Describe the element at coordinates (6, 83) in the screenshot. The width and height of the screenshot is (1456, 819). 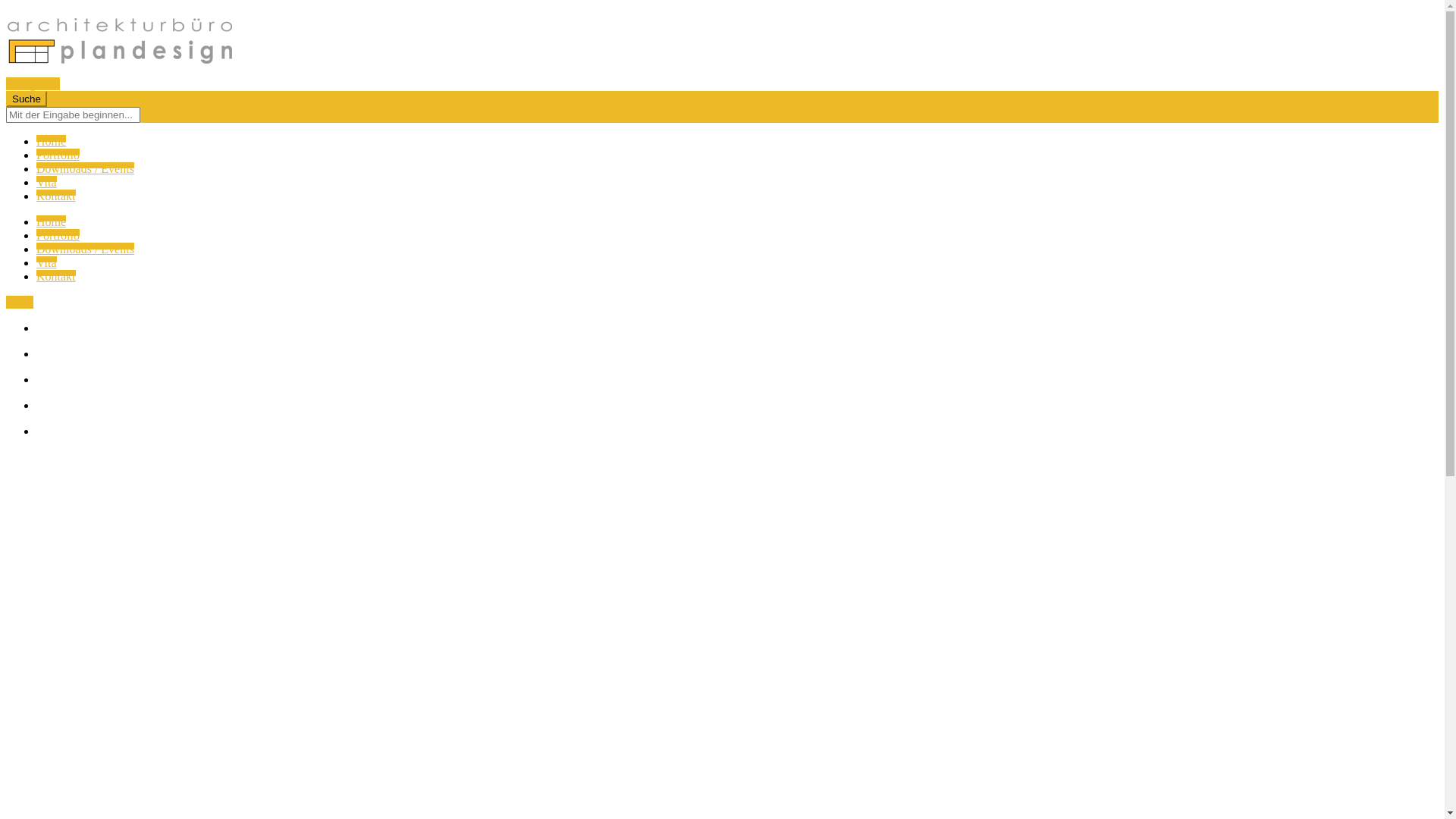
I see `'Navigation'` at that location.